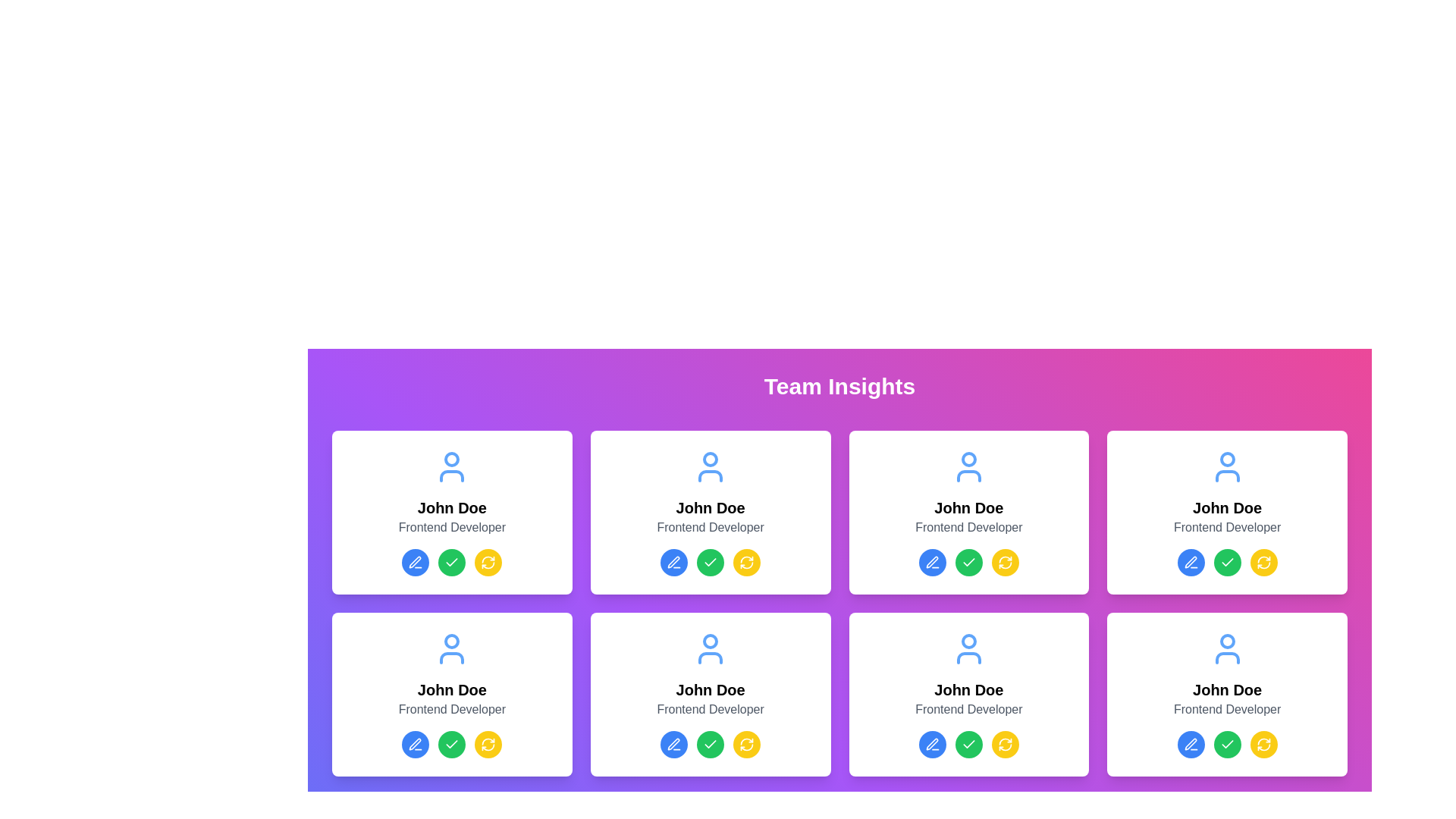  Describe the element at coordinates (931, 744) in the screenshot. I see `the 'edit' icon button located in the bottom-left corner of the lower-right user profile card within the 'Team Insights' section to initiate editing` at that location.